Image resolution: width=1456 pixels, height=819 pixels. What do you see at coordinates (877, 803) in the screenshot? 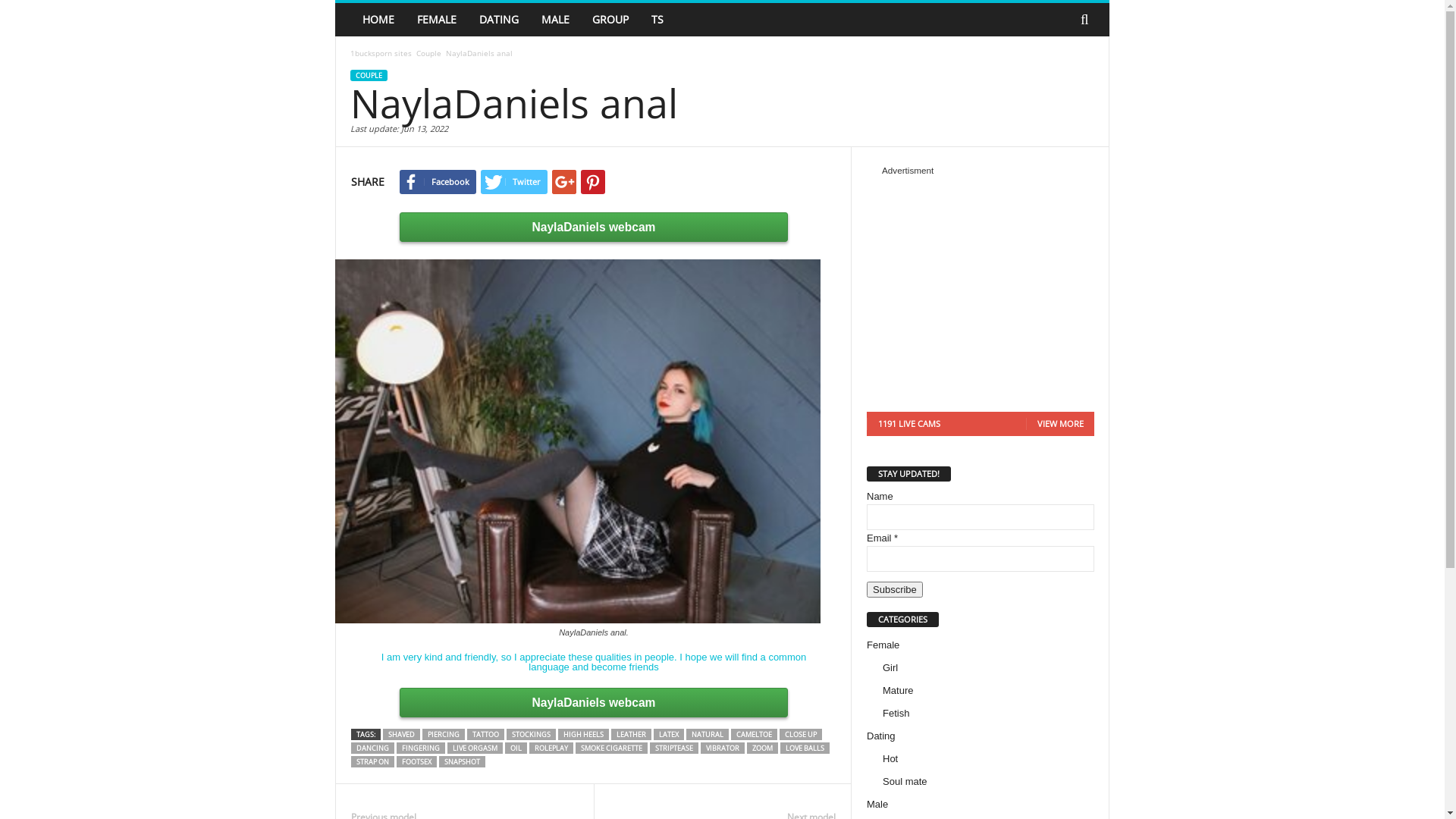
I see `'Male'` at bounding box center [877, 803].